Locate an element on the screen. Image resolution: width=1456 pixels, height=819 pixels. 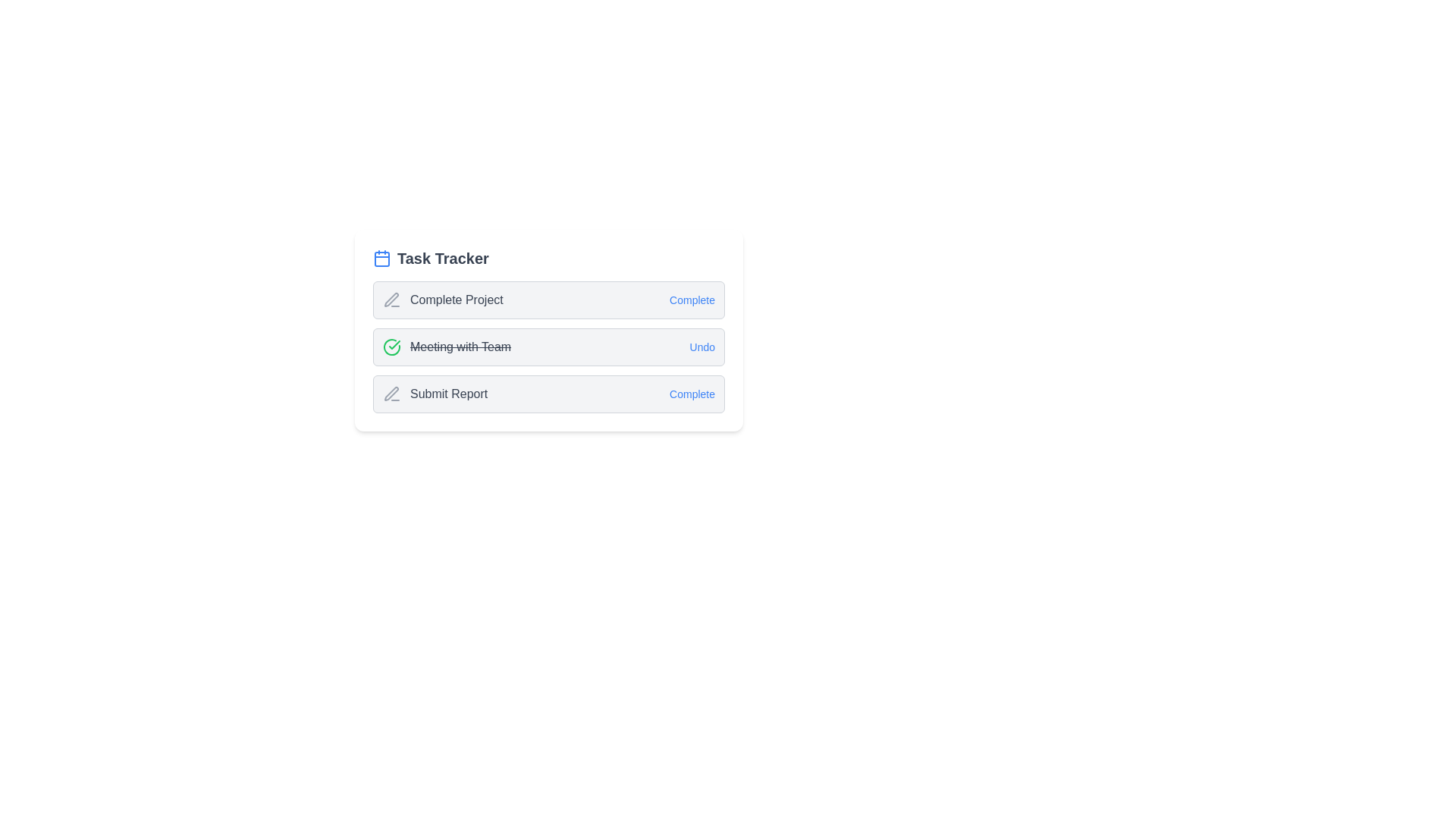
the 'Complete' hyperlink text element, which is styled in small blue font and underlined on hover, located in the top-right of the 'Complete Project' task row is located at coordinates (691, 300).